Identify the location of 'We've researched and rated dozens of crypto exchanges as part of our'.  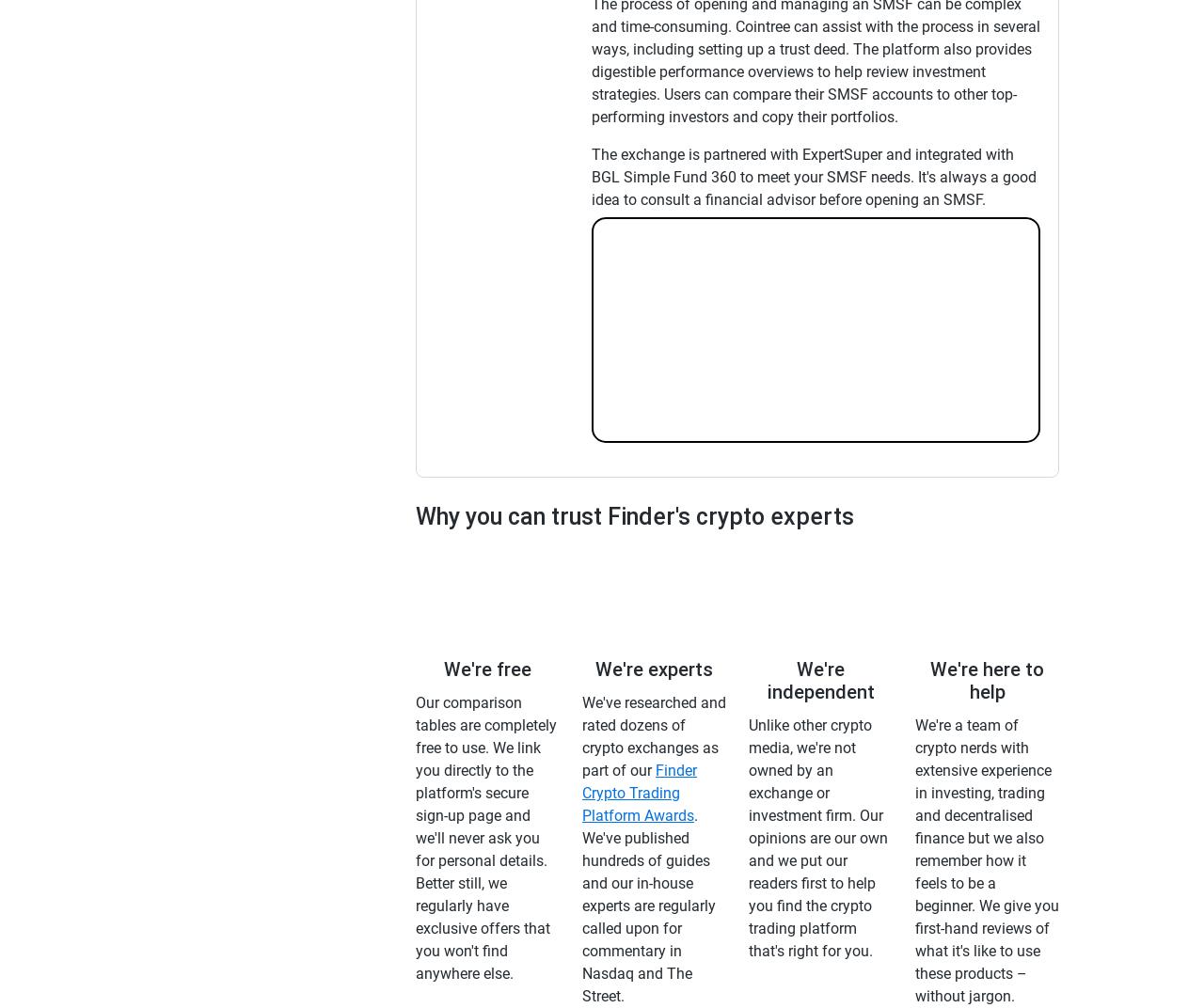
(654, 736).